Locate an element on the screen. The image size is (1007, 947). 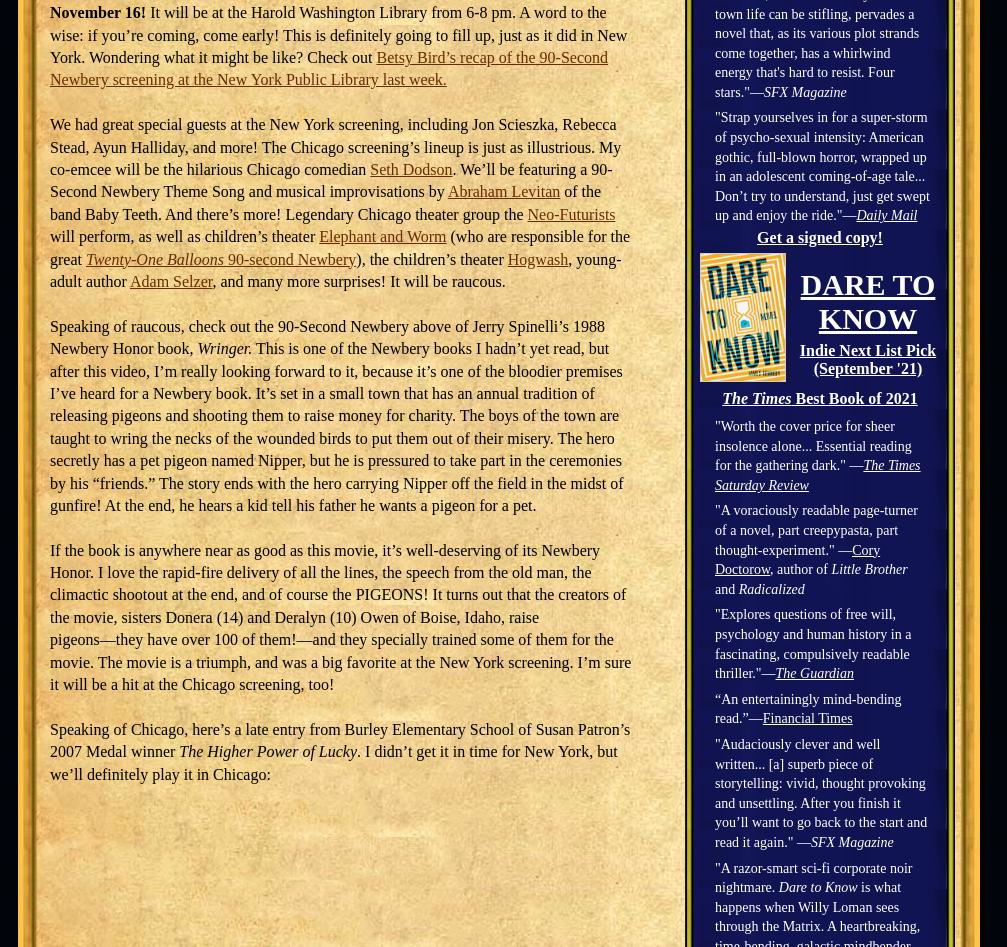
'It will be at the Harold Washington Library from 6-8 pm. A word to the wise: if you’re coming, come early! This is definitely going to fill up, just as it did in New York. Wondering what it might be like? Check out' is located at coordinates (50, 35).